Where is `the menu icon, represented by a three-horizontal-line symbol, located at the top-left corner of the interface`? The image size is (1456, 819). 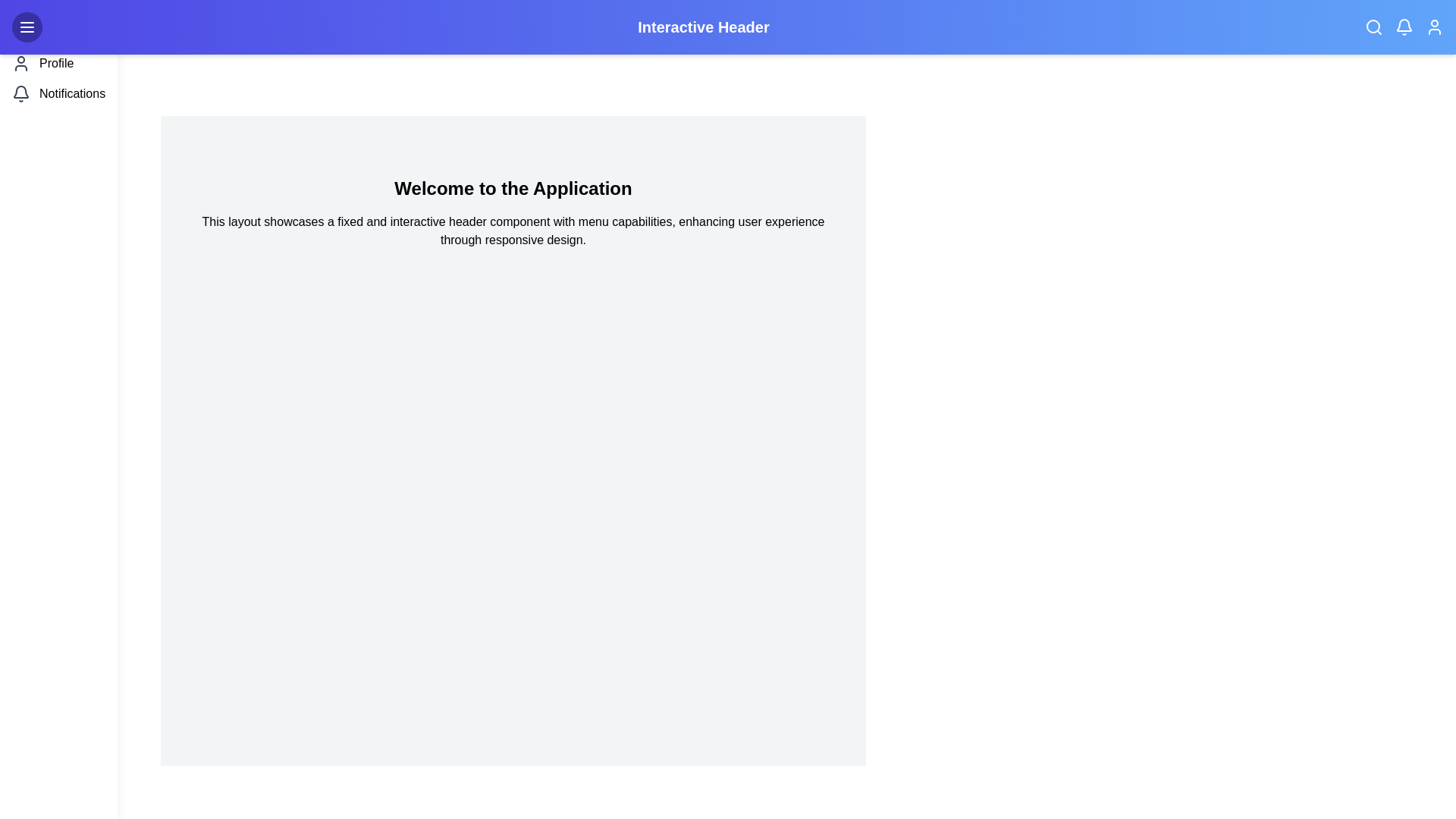
the menu icon, represented by a three-horizontal-line symbol, located at the top-left corner of the interface is located at coordinates (27, 27).